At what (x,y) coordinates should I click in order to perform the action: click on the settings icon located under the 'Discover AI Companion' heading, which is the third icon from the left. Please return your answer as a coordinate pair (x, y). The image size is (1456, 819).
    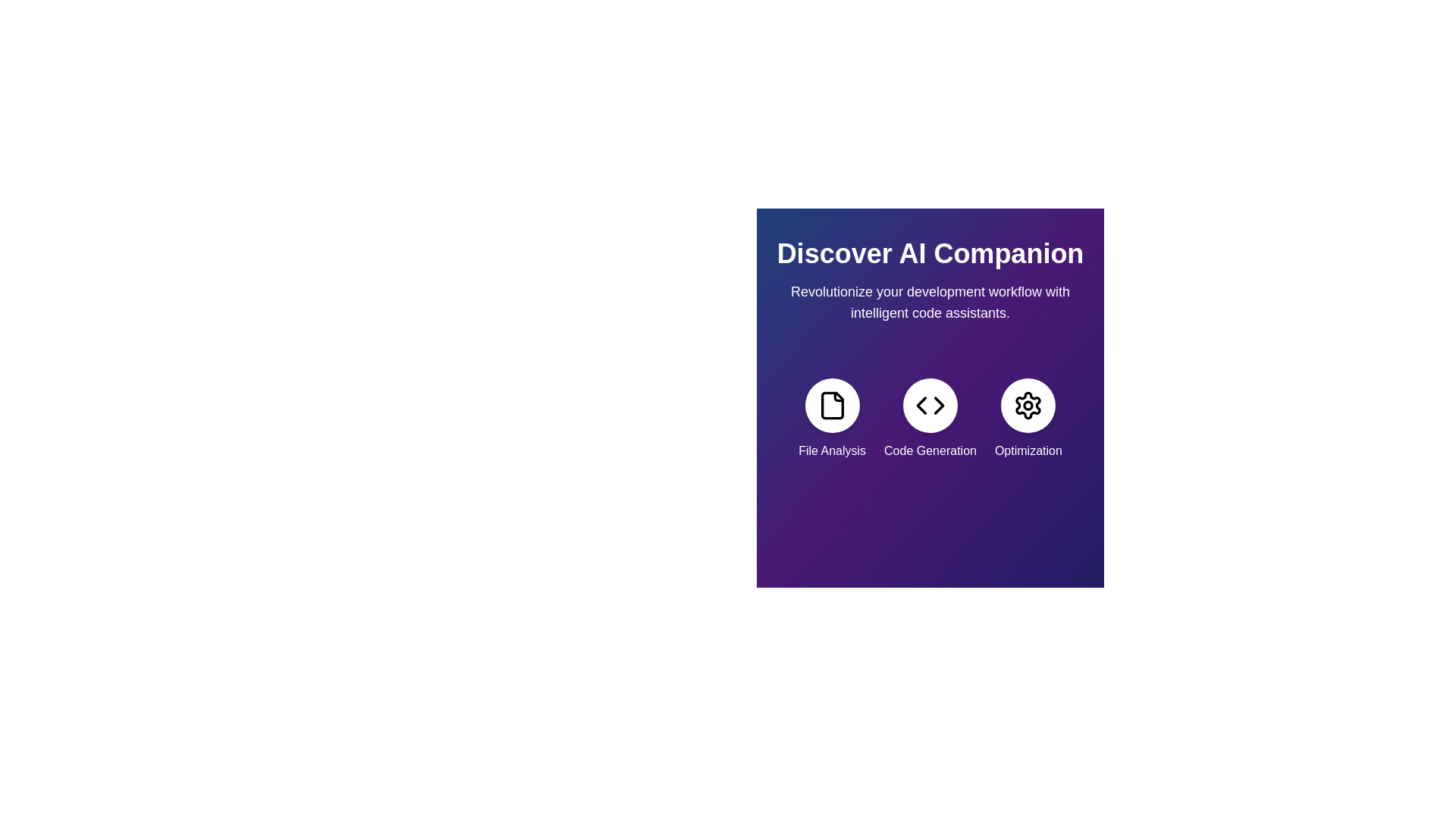
    Looking at the image, I should click on (1028, 405).